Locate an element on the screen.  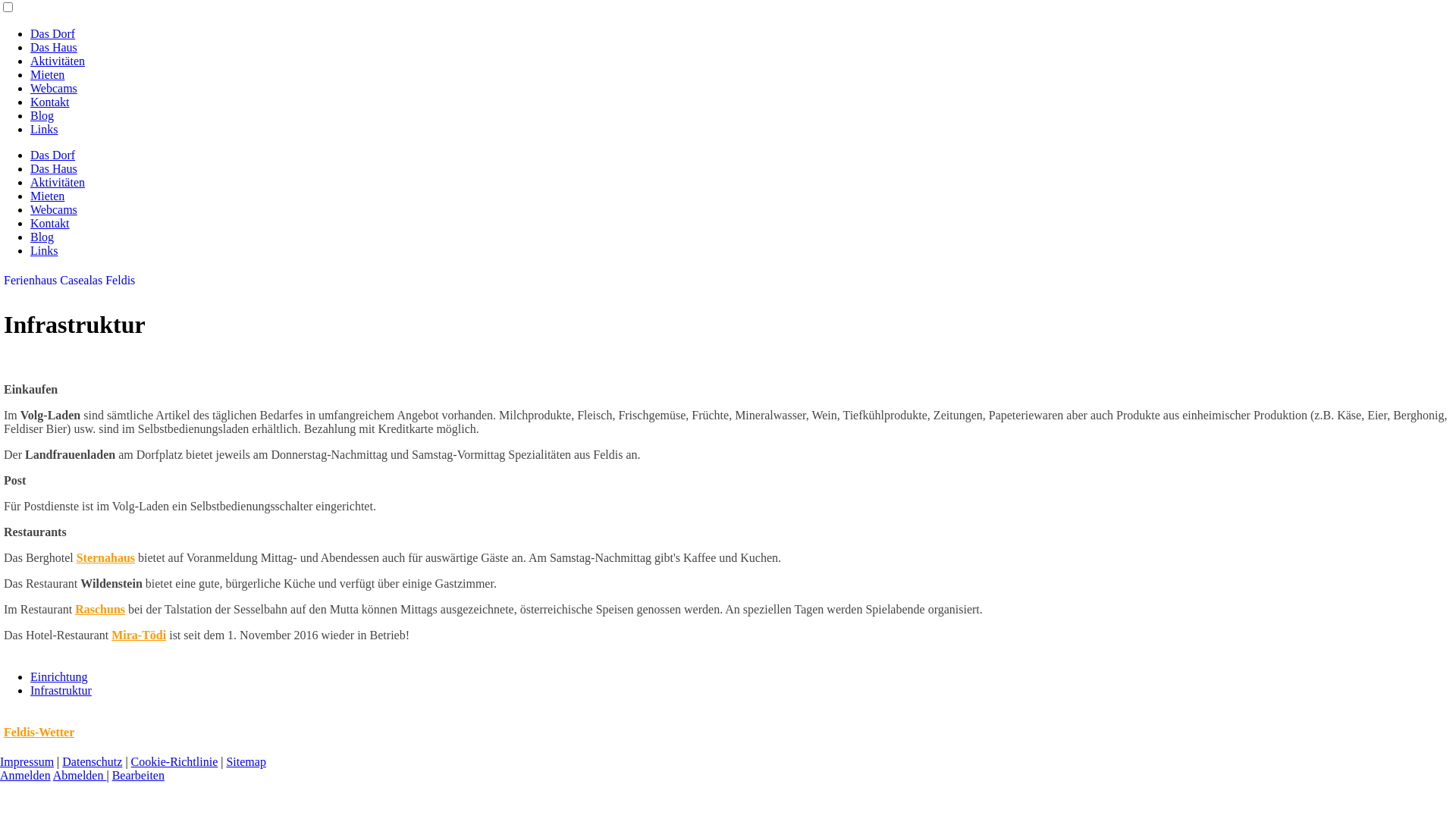
'Cookie-Richtlinie' is located at coordinates (174, 761).